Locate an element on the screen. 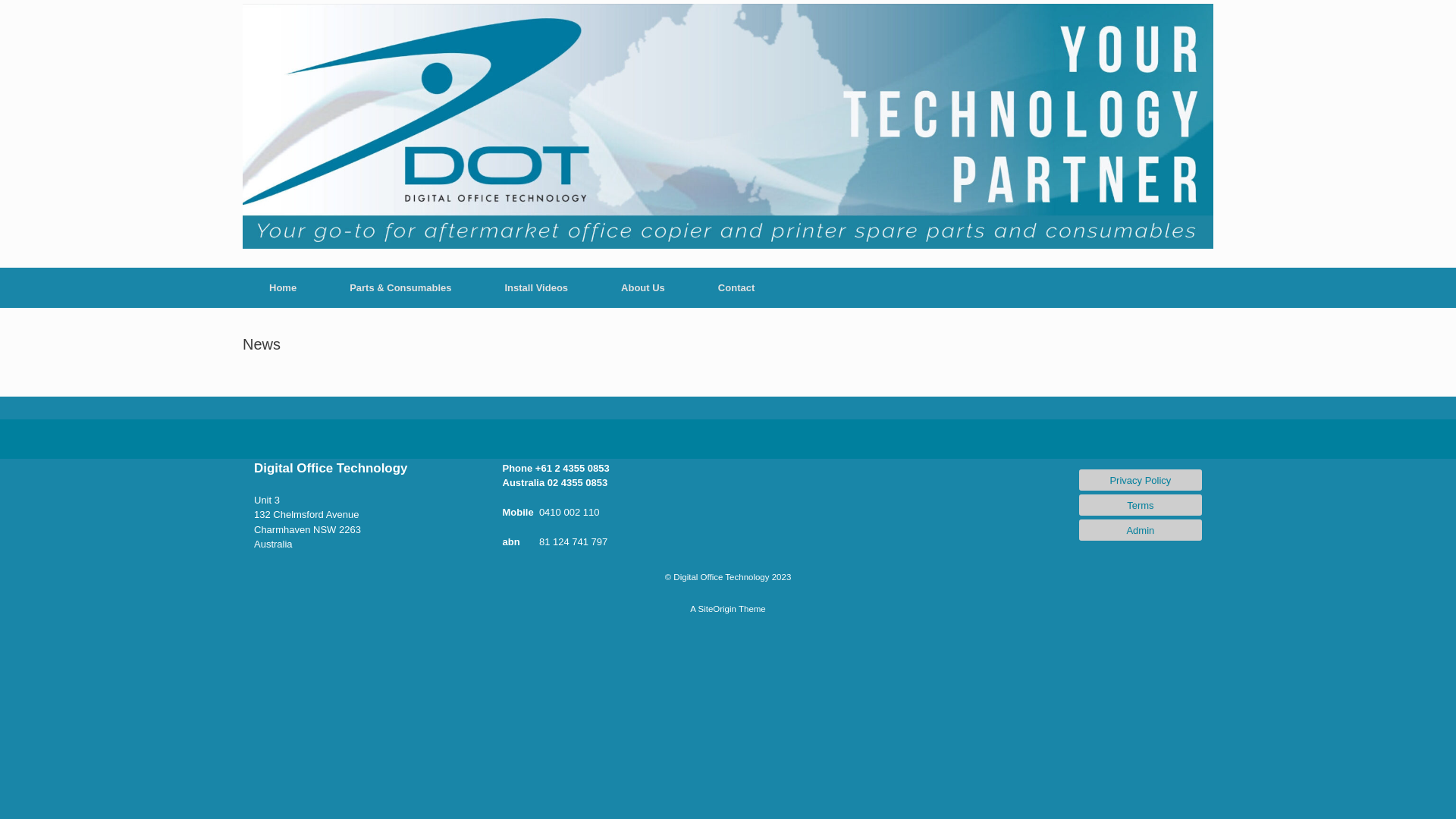  'Terms' is located at coordinates (1078, 505).